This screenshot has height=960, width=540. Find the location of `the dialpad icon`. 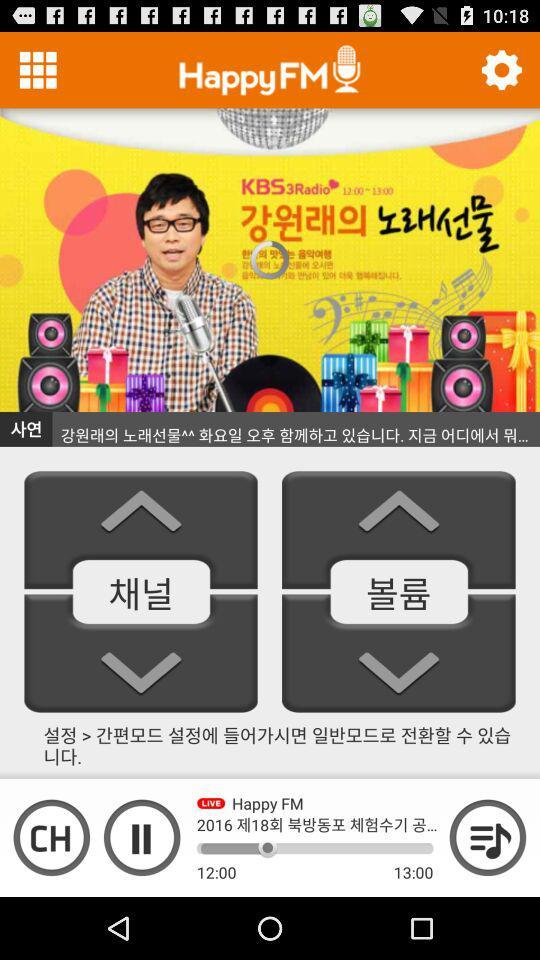

the dialpad icon is located at coordinates (38, 74).